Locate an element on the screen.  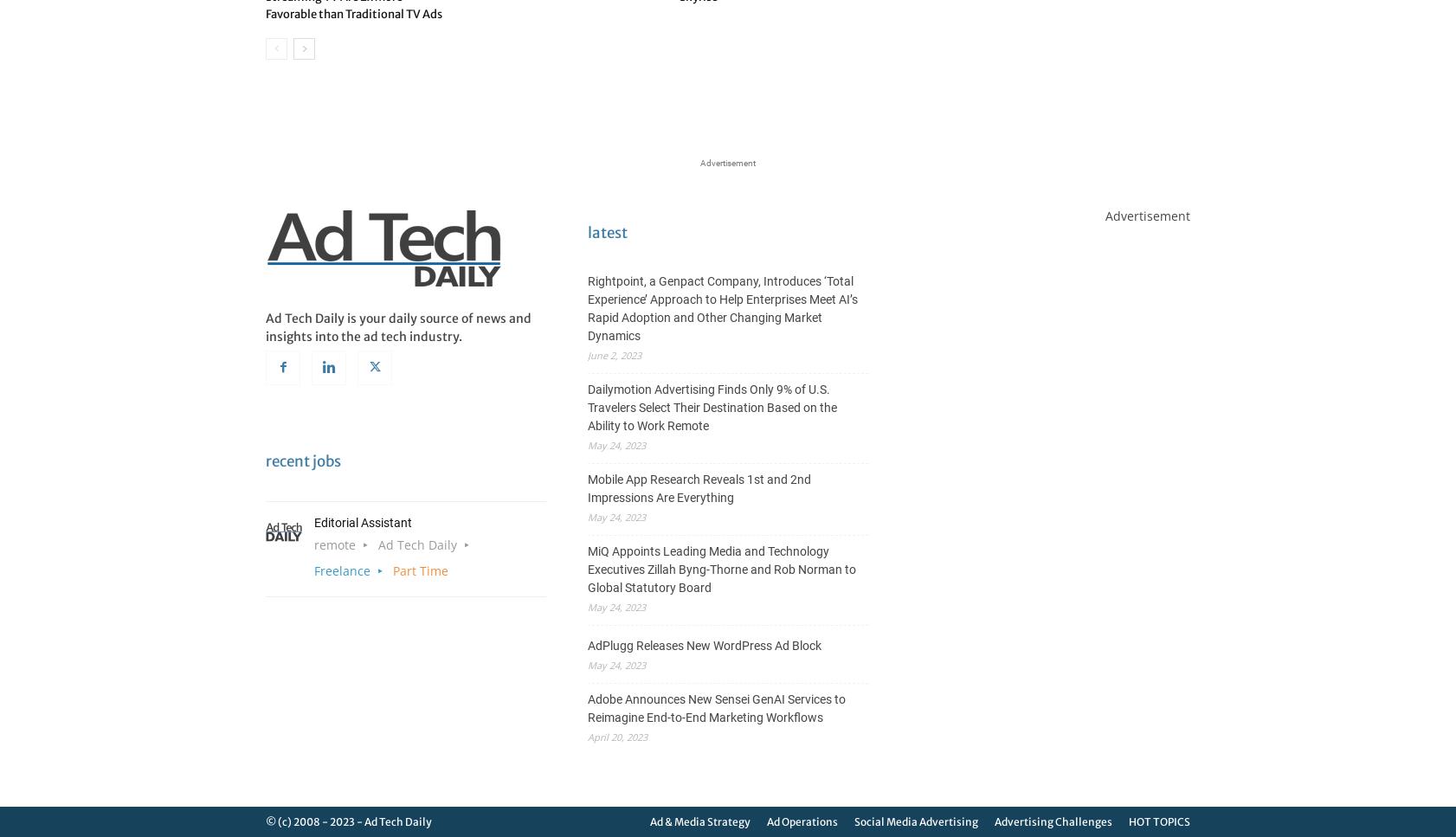
'remote' is located at coordinates (334, 544).